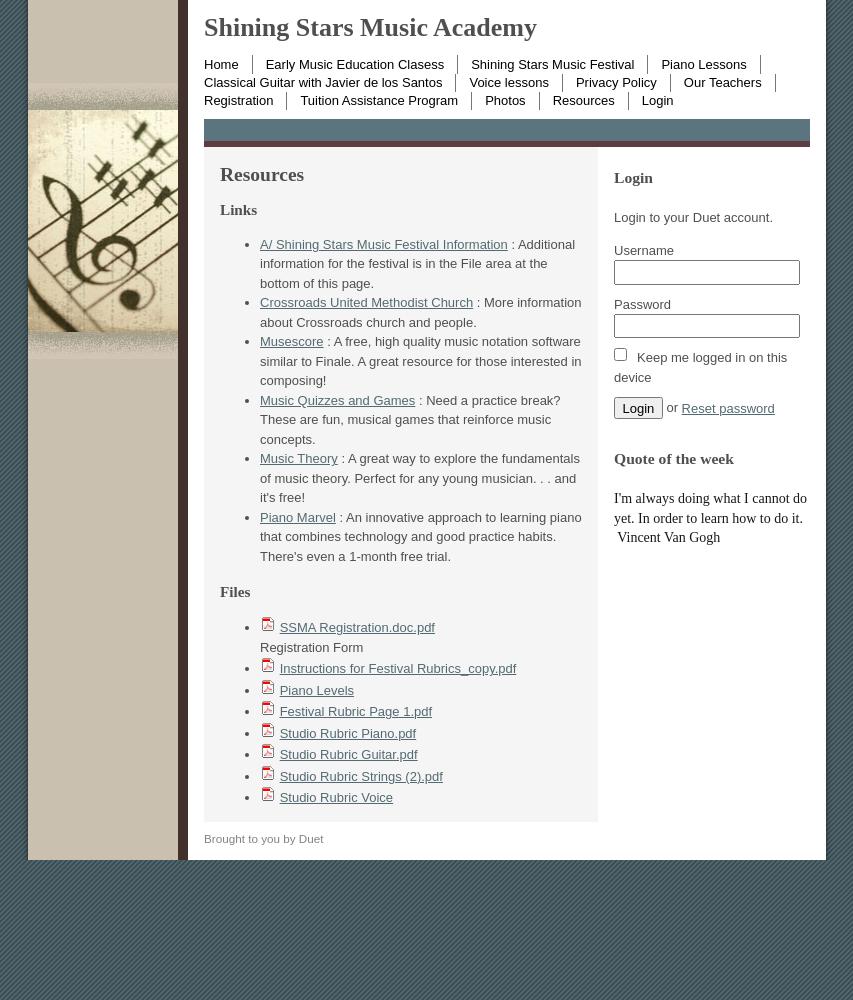 Image resolution: width=853 pixels, height=1000 pixels. I want to click on 'Music Quizzes and Games', so click(336, 399).